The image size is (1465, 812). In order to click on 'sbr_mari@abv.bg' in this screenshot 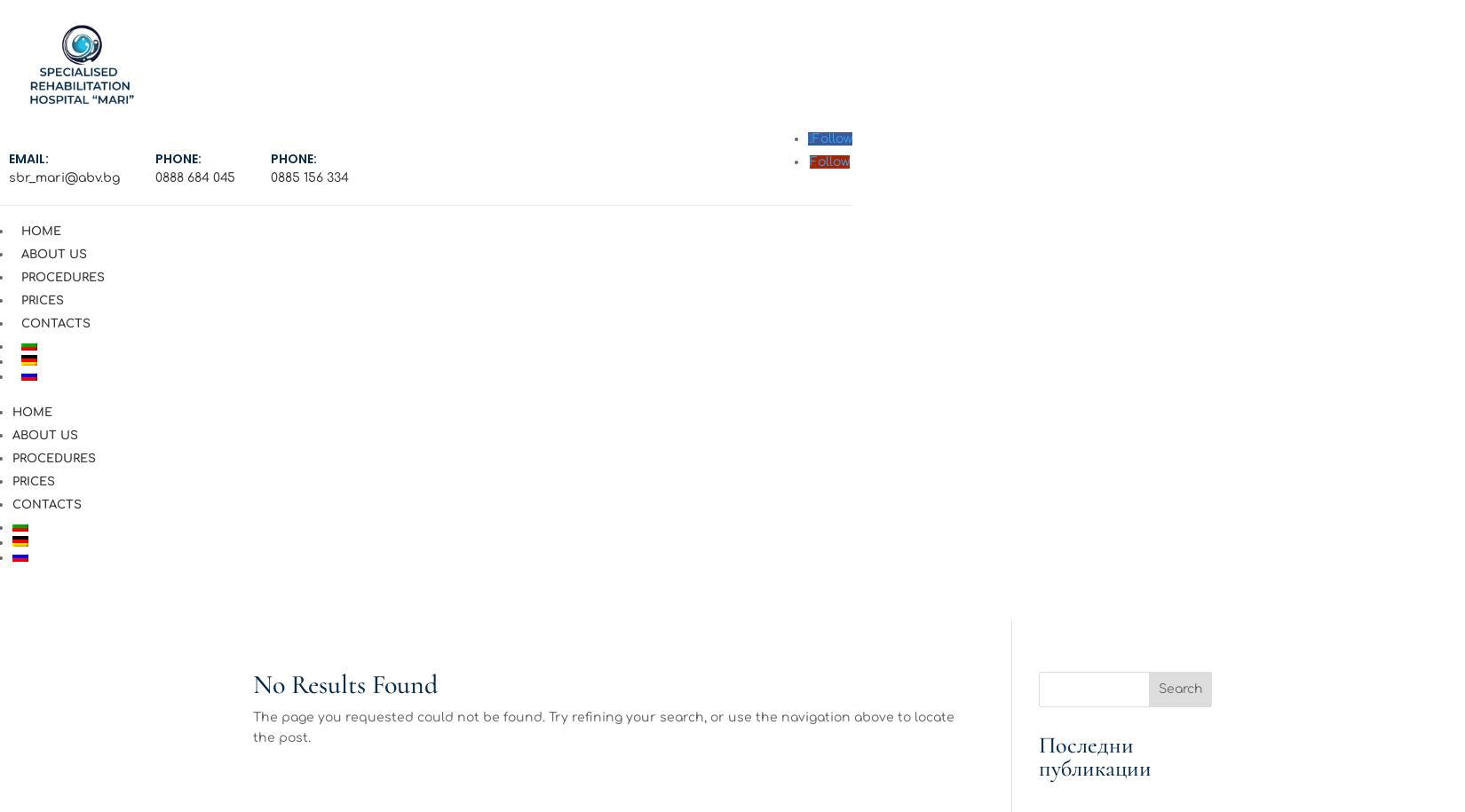, I will do `click(64, 177)`.